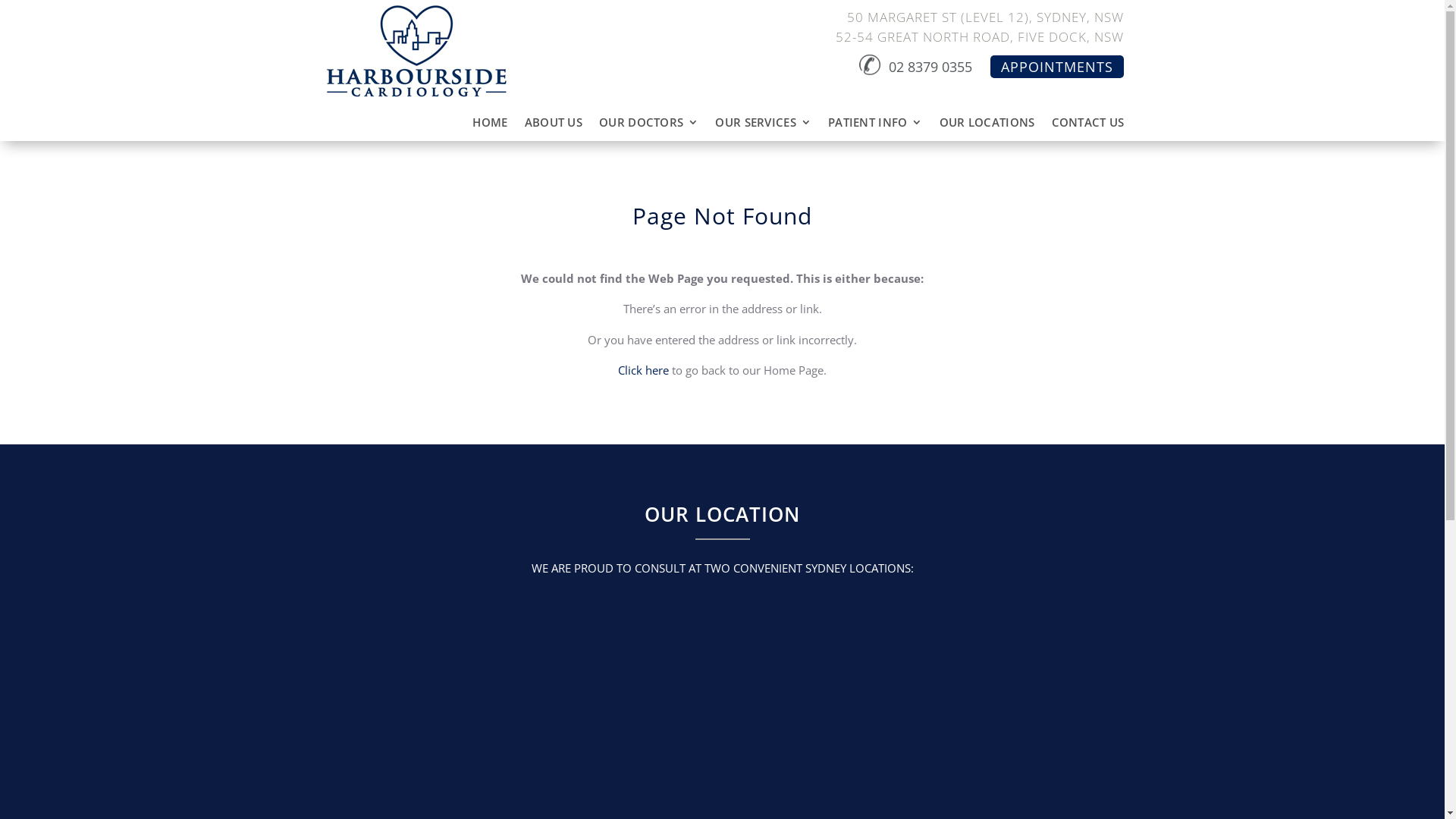 This screenshot has width=1456, height=819. What do you see at coordinates (1087, 124) in the screenshot?
I see `'CONTACT US'` at bounding box center [1087, 124].